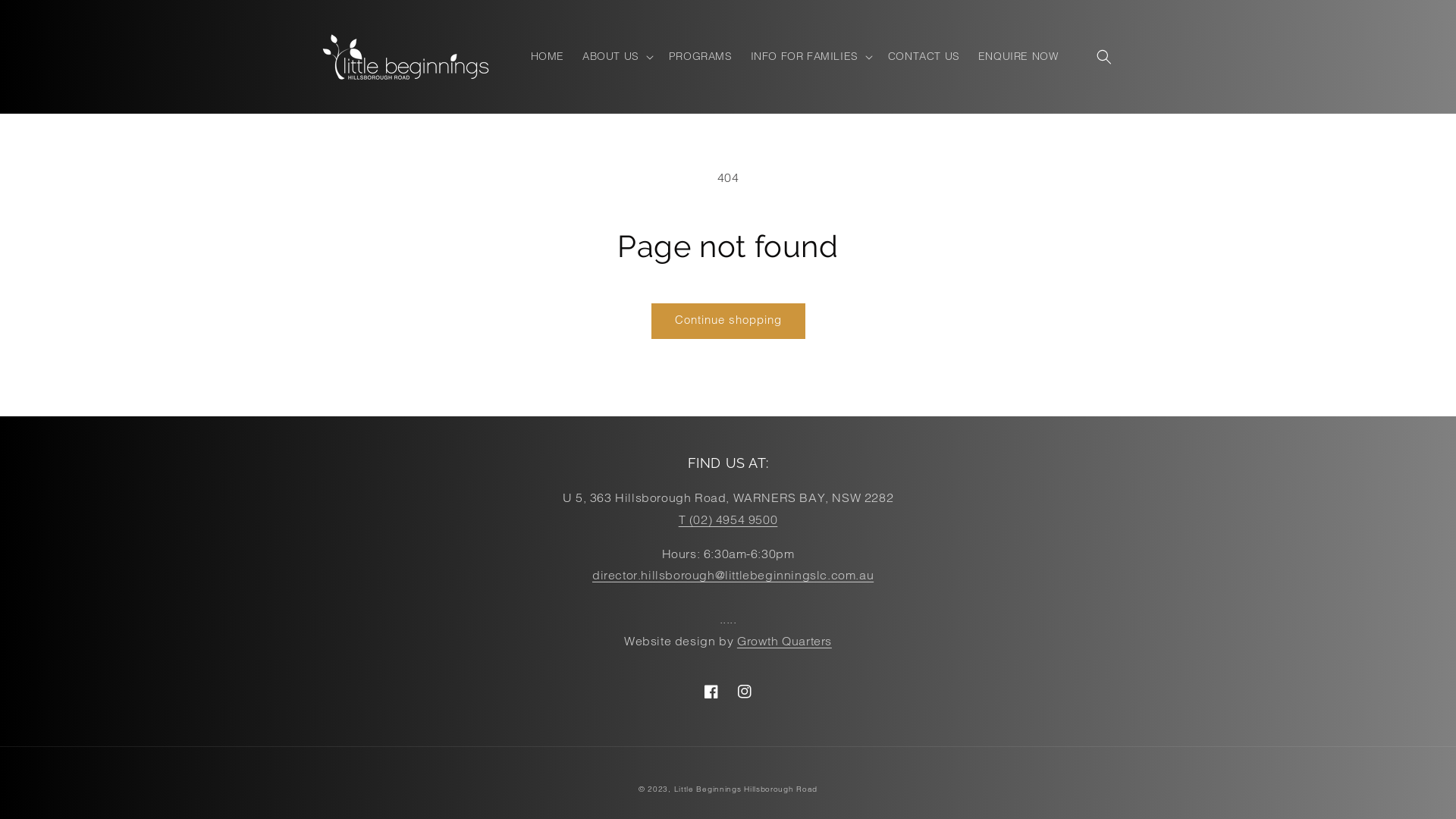 This screenshot has height=819, width=1456. I want to click on 'Facebook', so click(694, 691).